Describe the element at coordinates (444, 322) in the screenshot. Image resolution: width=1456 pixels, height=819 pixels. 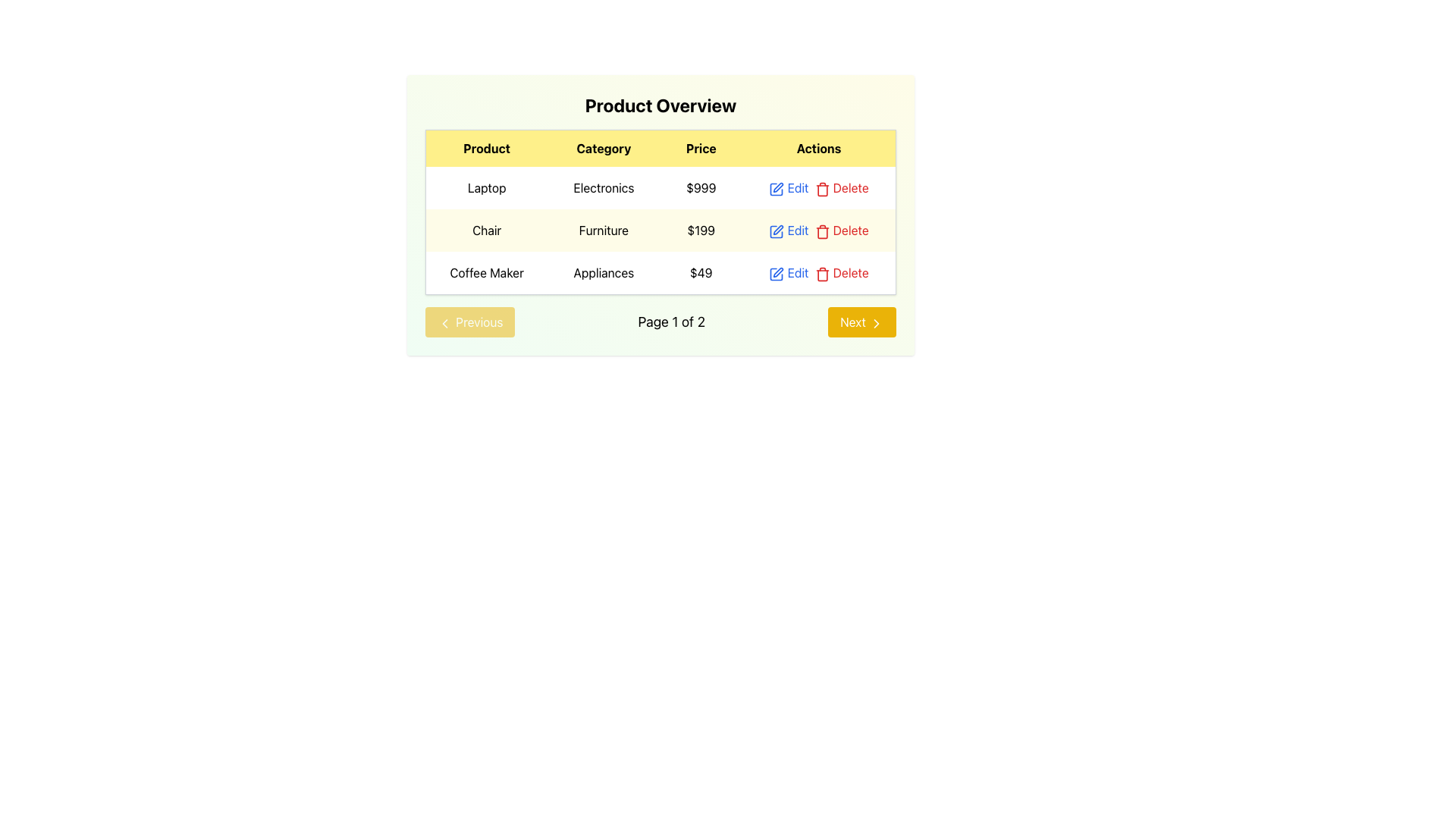
I see `the left-pointing chevron icon of the 'Previous' button located at the bottom-left of the page under the main data table` at that location.